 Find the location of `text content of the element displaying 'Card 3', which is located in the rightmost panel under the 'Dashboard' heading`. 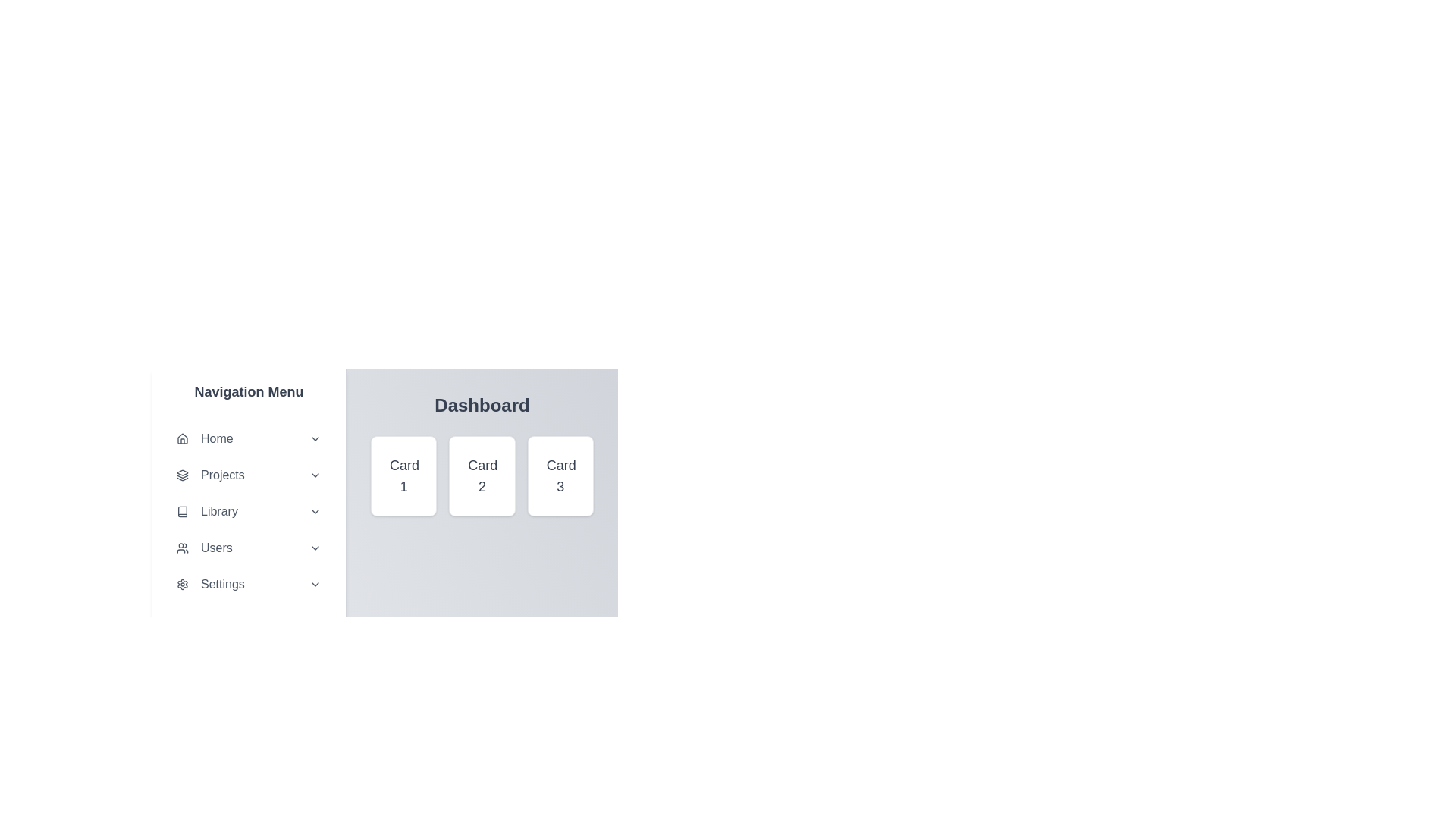

text content of the element displaying 'Card 3', which is located in the rightmost panel under the 'Dashboard' heading is located at coordinates (560, 475).